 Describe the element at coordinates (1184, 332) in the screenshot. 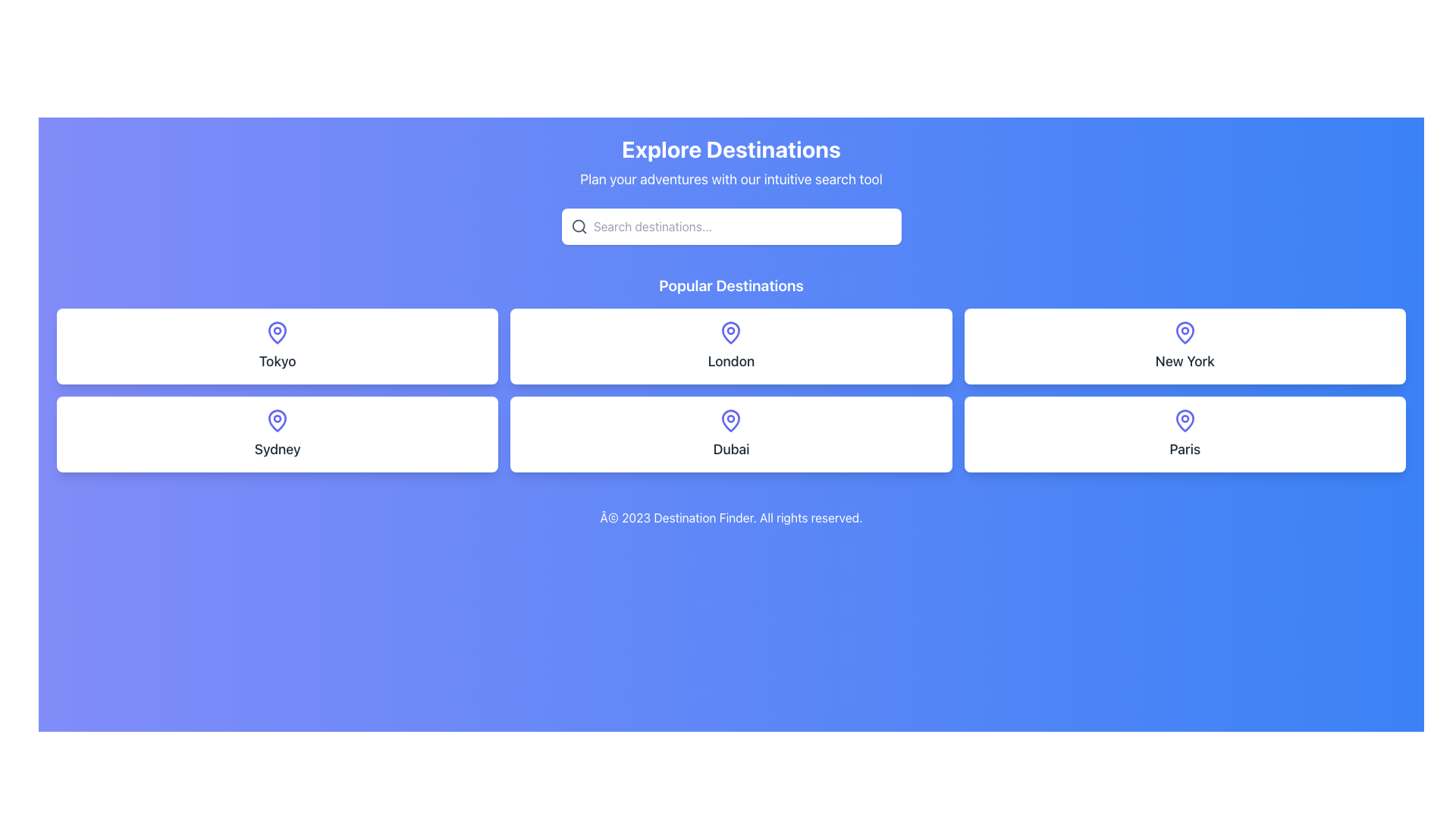

I see `the circular map pin icon with a hollow center and vibrant indigo color located at the top center of the 'New York' tile` at that location.